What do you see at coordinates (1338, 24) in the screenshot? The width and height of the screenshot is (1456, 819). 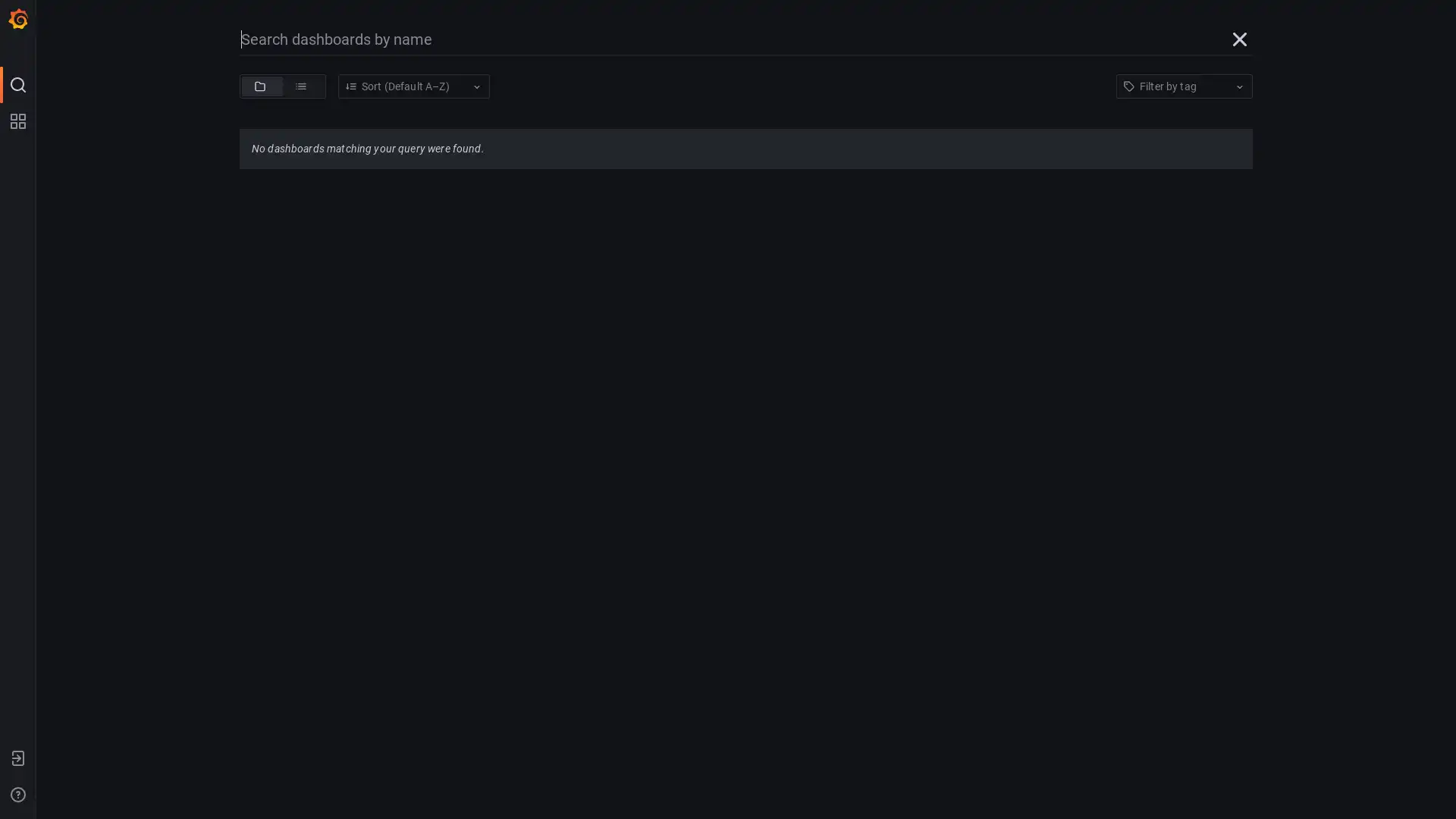 I see `Zoom out time range` at bounding box center [1338, 24].